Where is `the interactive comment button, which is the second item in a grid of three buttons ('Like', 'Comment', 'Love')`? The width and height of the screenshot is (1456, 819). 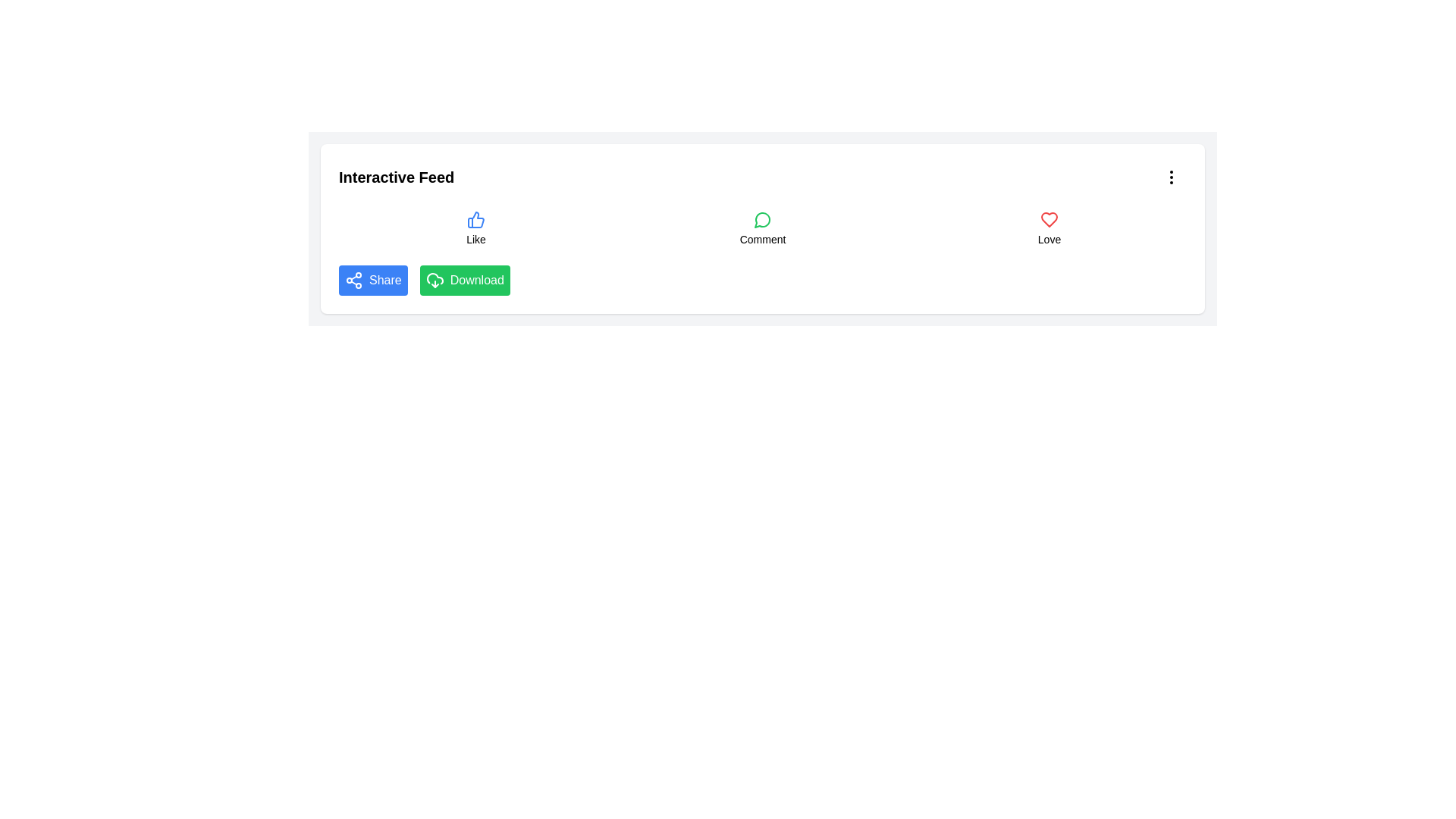 the interactive comment button, which is the second item in a grid of three buttons ('Like', 'Comment', 'Love') is located at coordinates (763, 228).